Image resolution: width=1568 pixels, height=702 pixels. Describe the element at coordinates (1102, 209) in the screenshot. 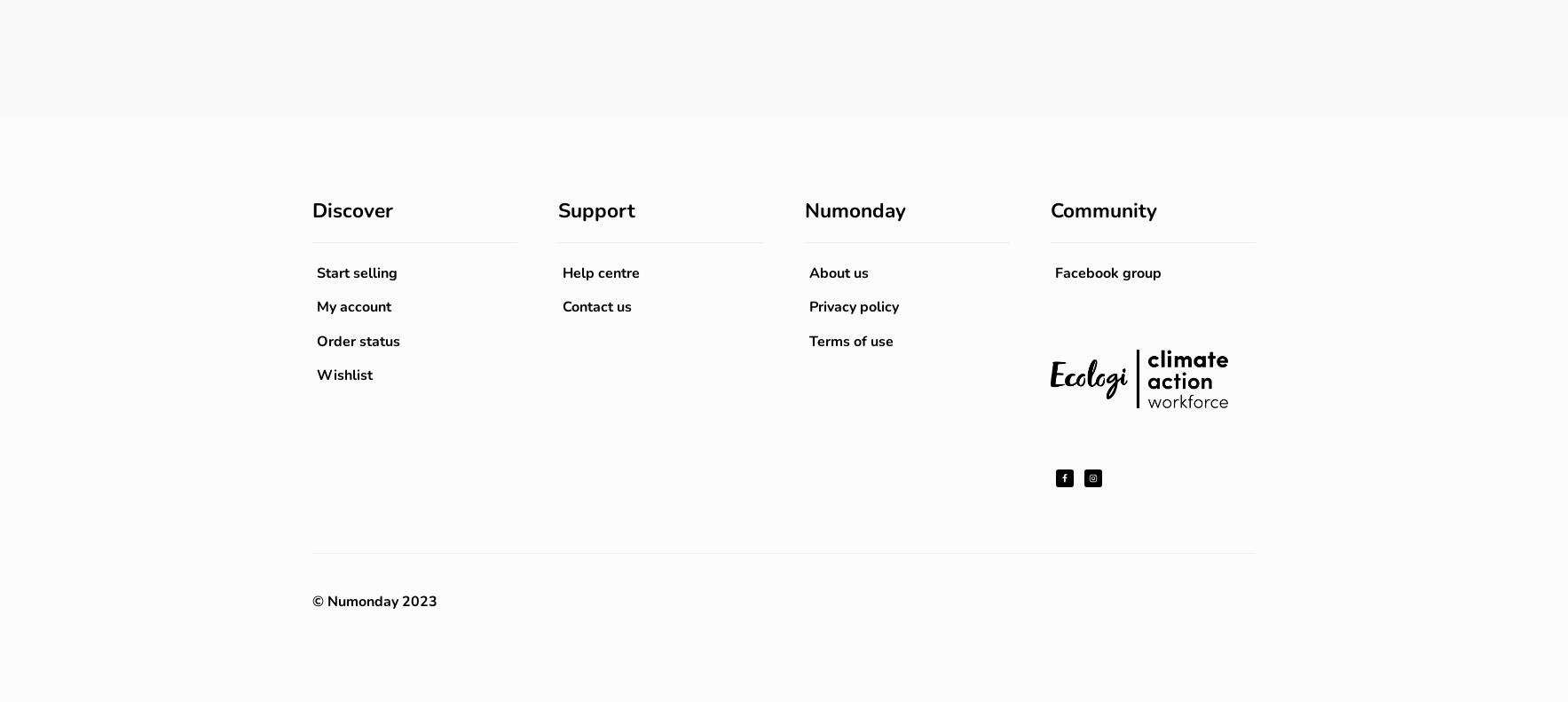

I see `'Community'` at that location.